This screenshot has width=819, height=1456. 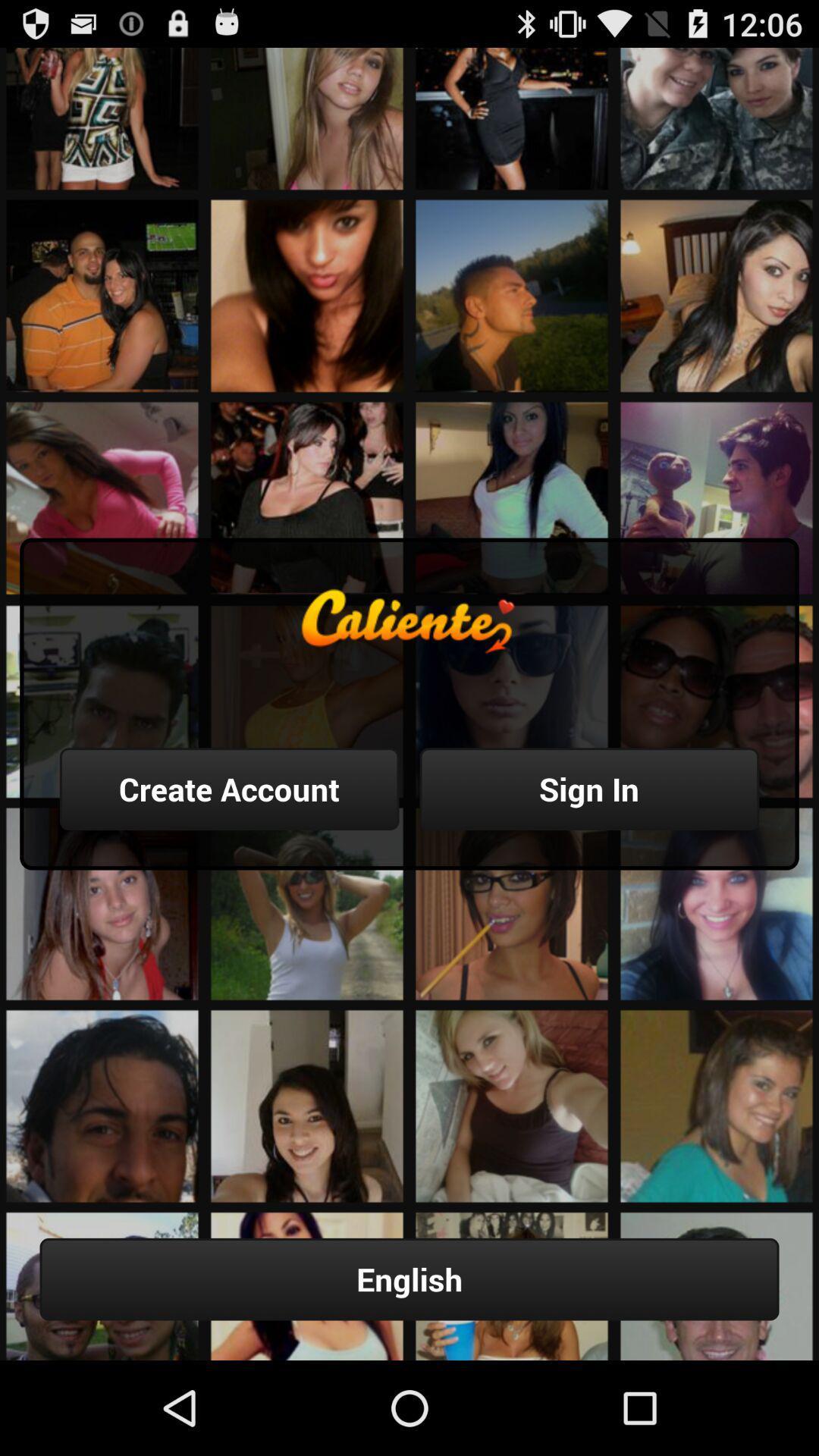 I want to click on icon on the left, so click(x=229, y=789).